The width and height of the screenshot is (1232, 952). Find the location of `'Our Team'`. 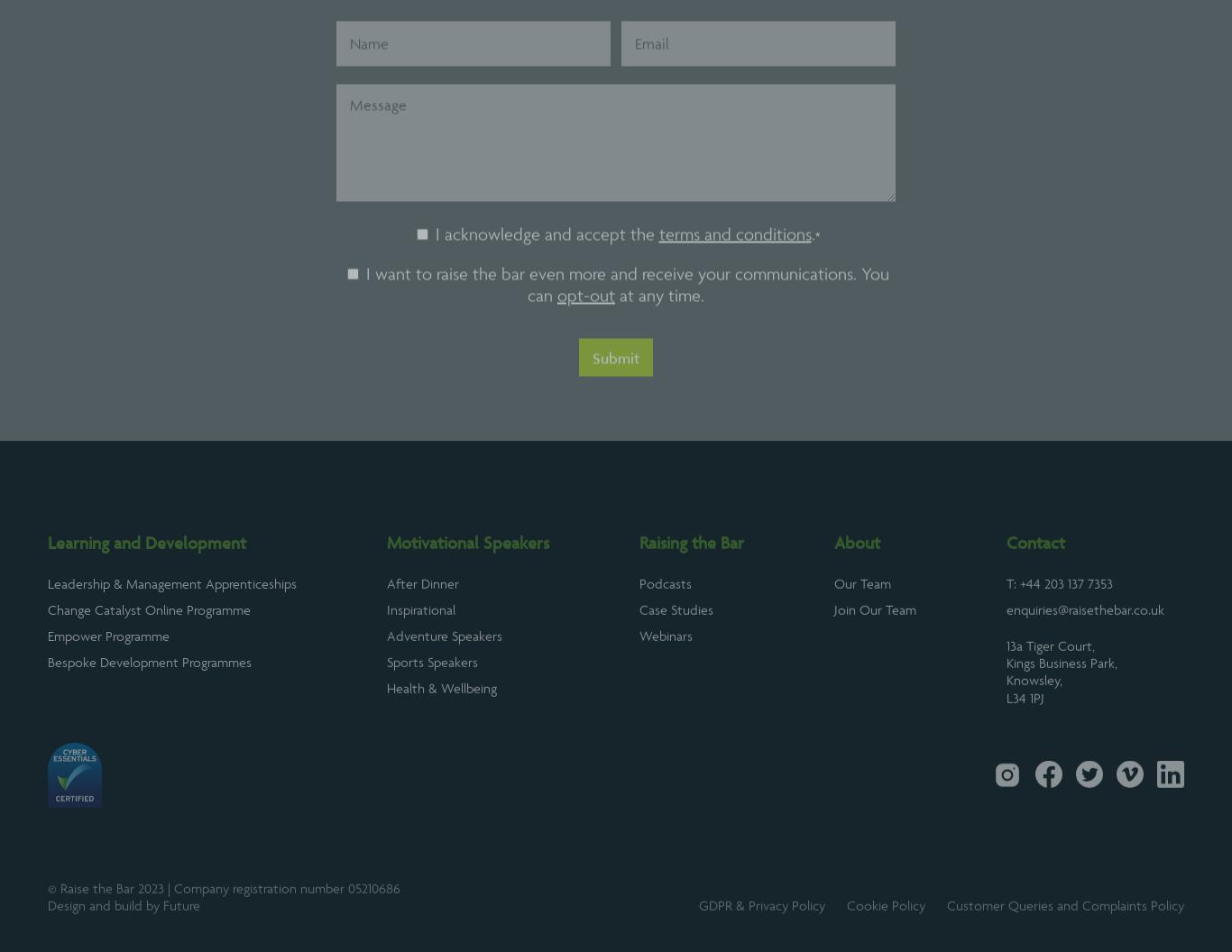

'Our Team' is located at coordinates (862, 627).